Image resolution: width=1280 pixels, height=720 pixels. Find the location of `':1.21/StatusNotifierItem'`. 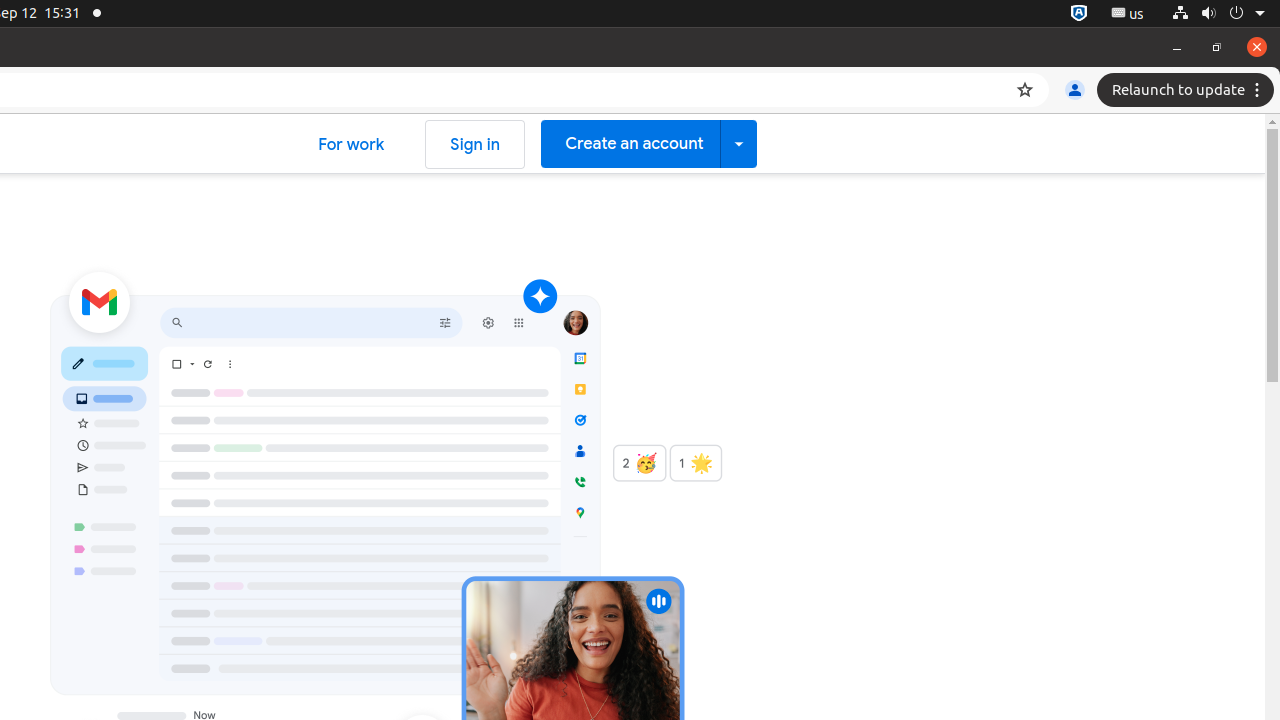

':1.21/StatusNotifierItem' is located at coordinates (1127, 13).